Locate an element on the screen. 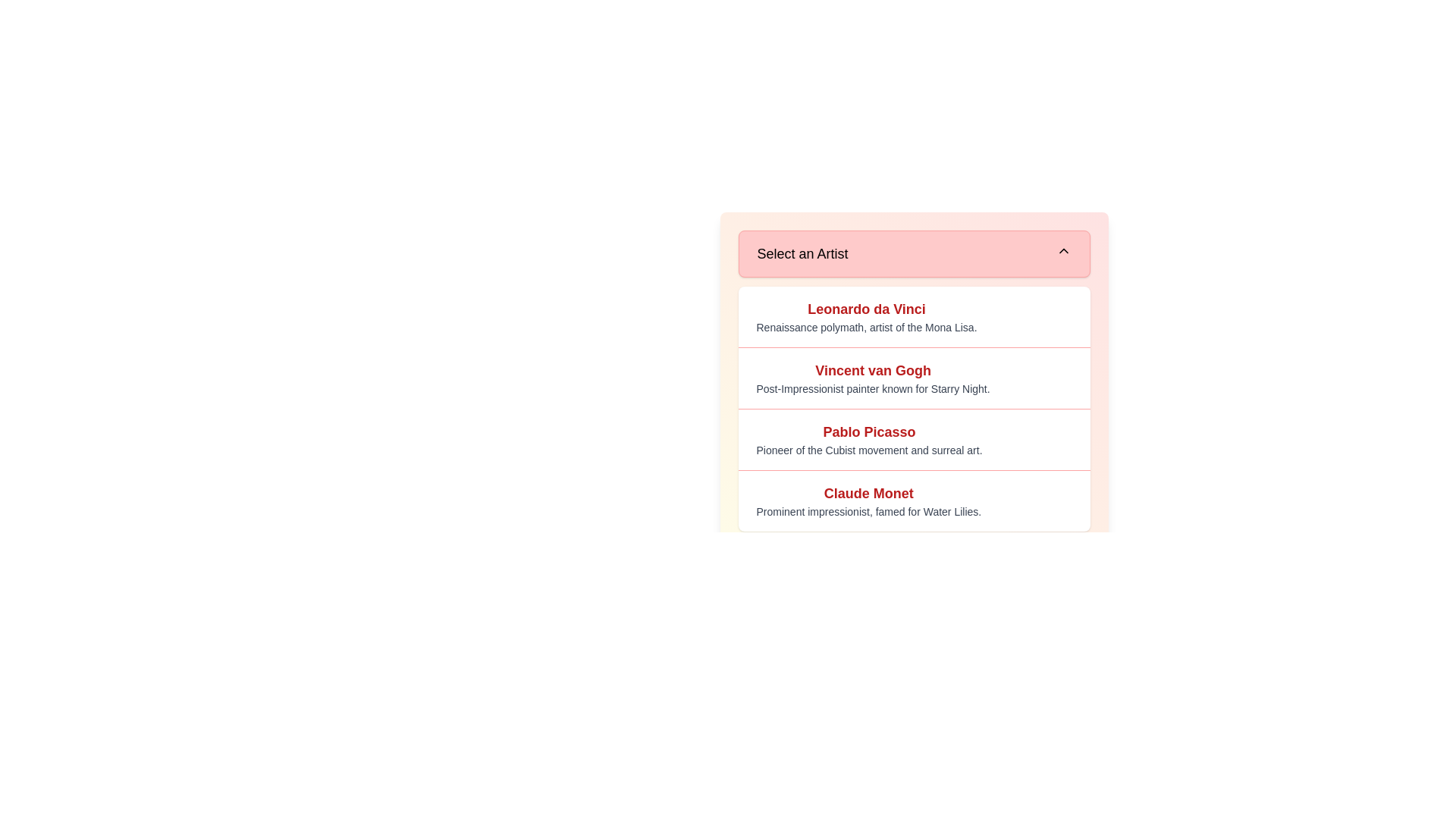 The image size is (1456, 819). text description that states 'Post-Impressionist painter known for Starry Night.' which is styled with a smaller font size and gray color, located beneath the title 'Vincent van Gogh' in the dropdown list of artist options is located at coordinates (873, 388).